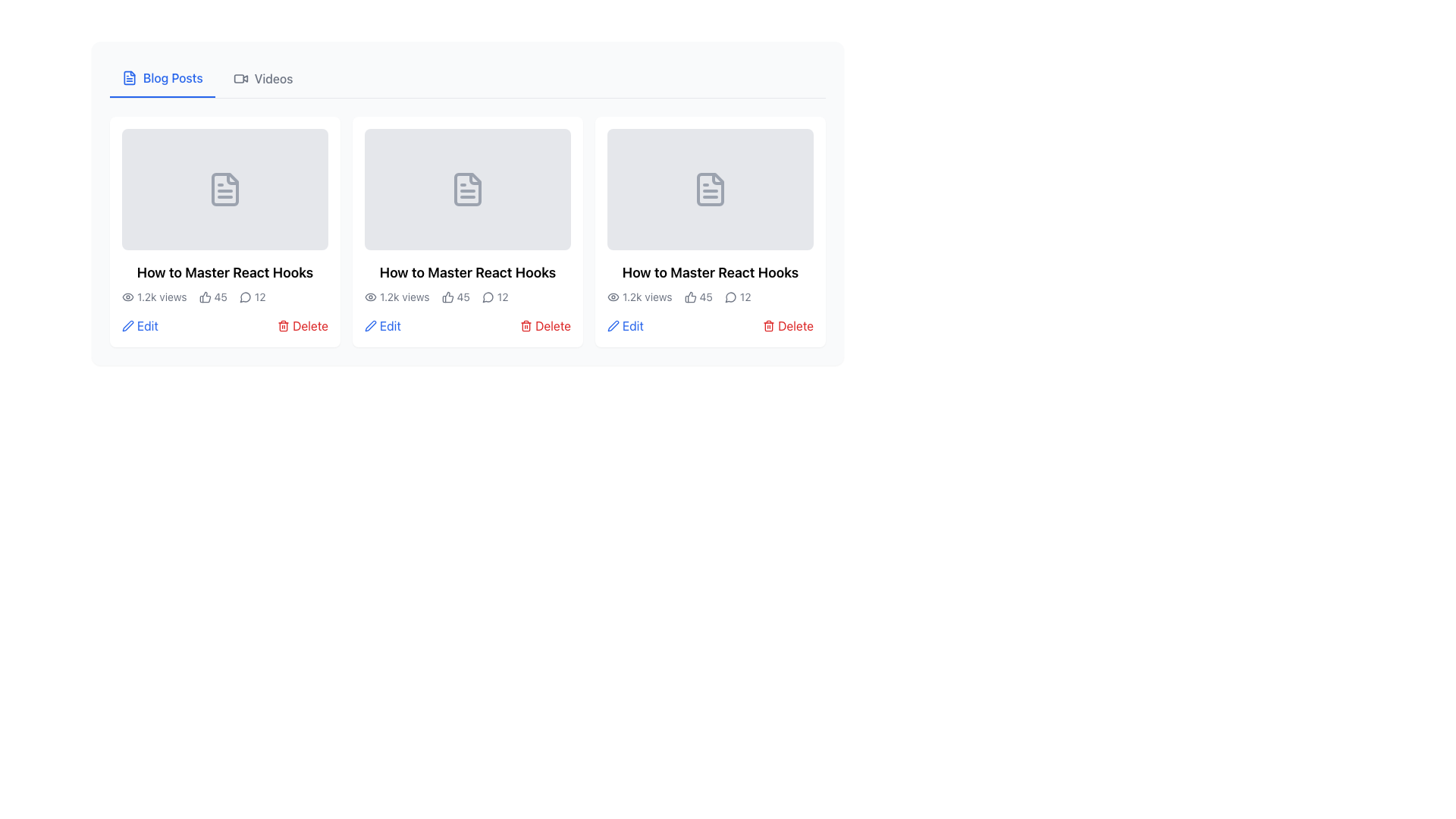  What do you see at coordinates (709, 189) in the screenshot?
I see `the document icon represented by a gray graphic within the third graphical placeholder under the 'Blog Posts' tab` at bounding box center [709, 189].